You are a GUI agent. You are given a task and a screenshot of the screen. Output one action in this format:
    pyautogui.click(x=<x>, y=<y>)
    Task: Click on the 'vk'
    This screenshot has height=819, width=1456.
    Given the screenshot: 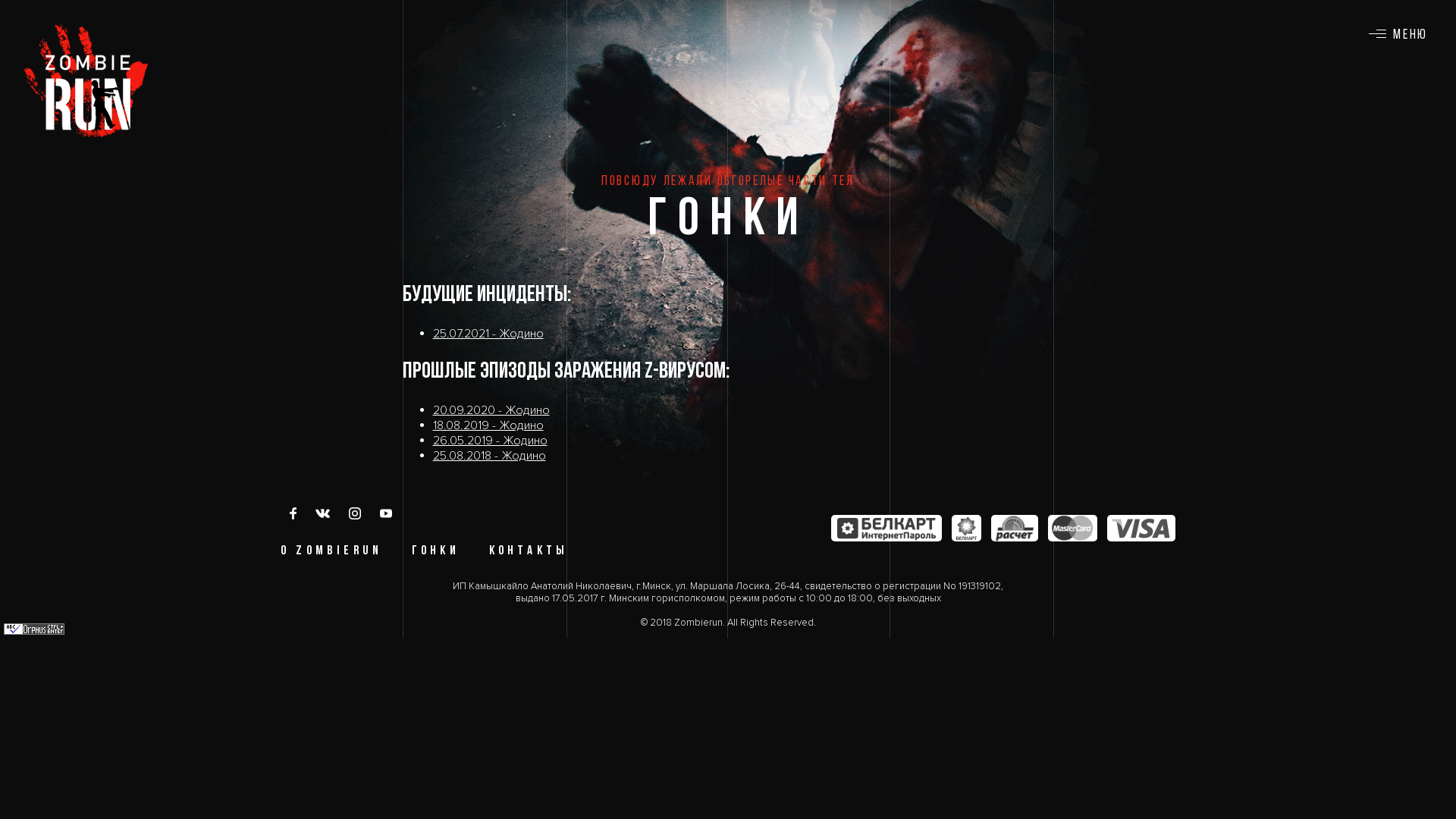 What is the action you would take?
    pyautogui.click(x=323, y=513)
    